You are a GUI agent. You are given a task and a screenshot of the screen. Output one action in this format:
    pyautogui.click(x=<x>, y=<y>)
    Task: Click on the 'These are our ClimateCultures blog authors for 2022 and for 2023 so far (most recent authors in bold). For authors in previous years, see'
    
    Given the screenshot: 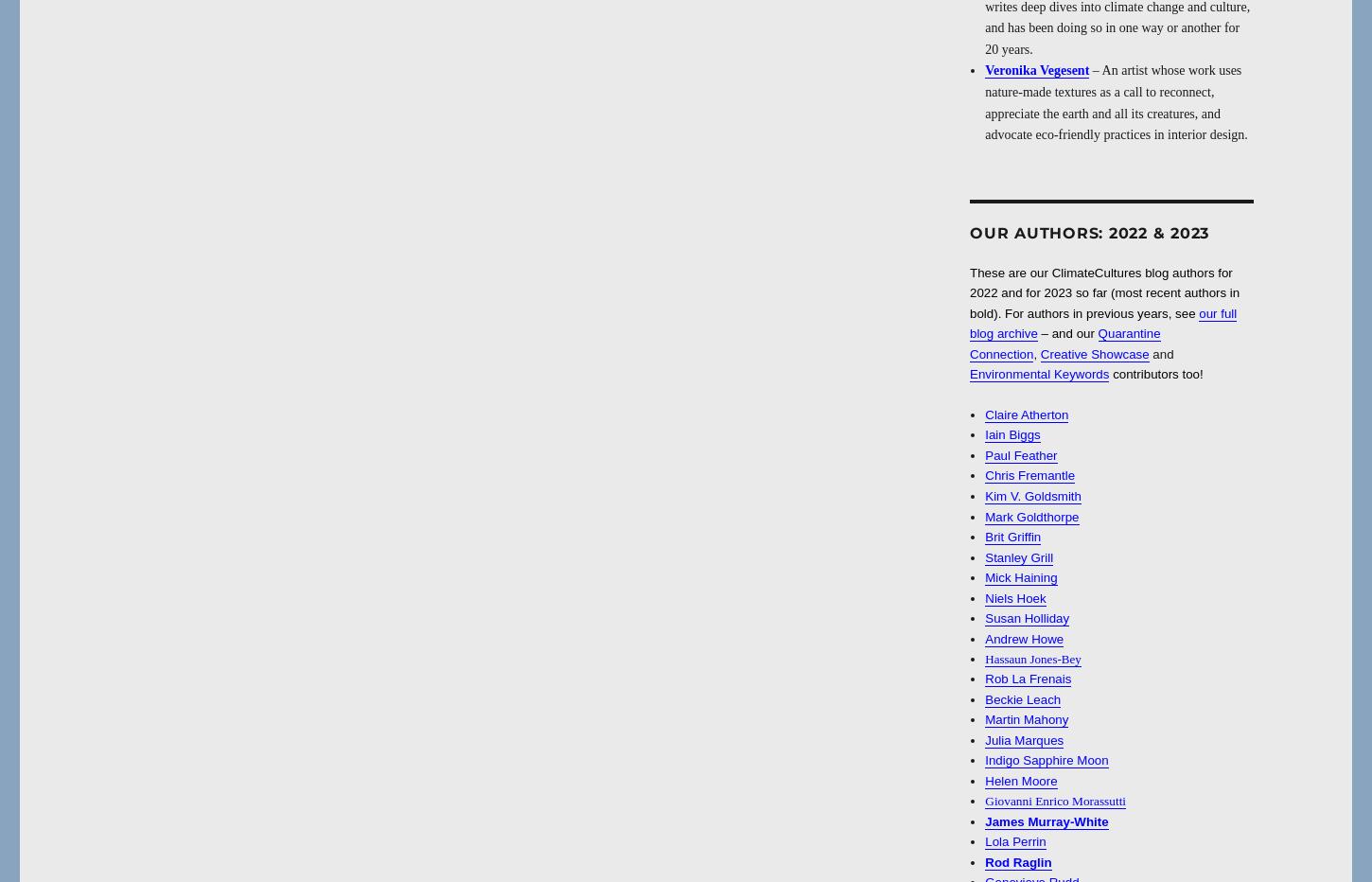 What is the action you would take?
    pyautogui.click(x=1103, y=291)
    